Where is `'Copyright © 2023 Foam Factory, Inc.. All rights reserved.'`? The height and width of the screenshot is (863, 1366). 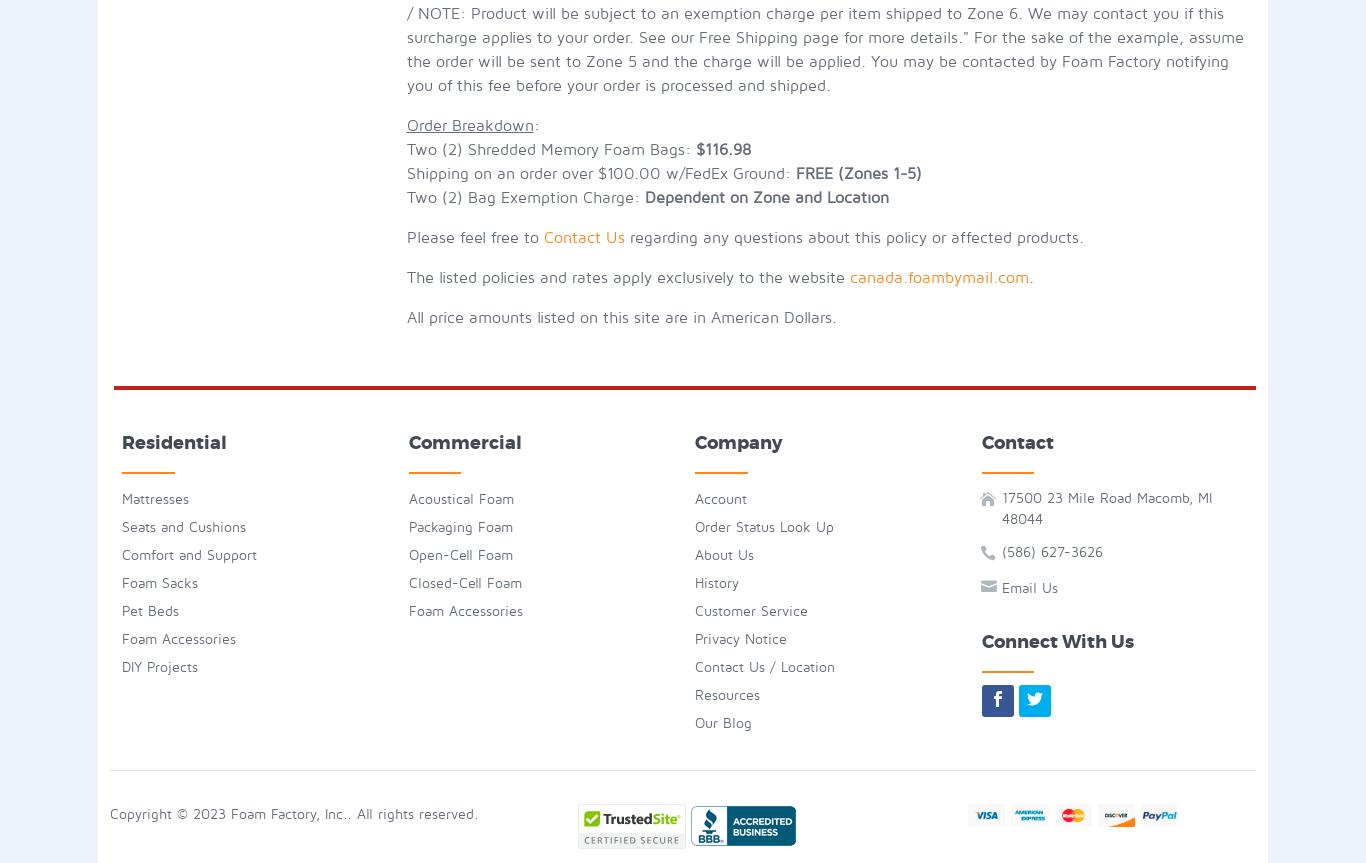
'Copyright © 2023 Foam Factory, Inc.. All rights reserved.' is located at coordinates (294, 812).